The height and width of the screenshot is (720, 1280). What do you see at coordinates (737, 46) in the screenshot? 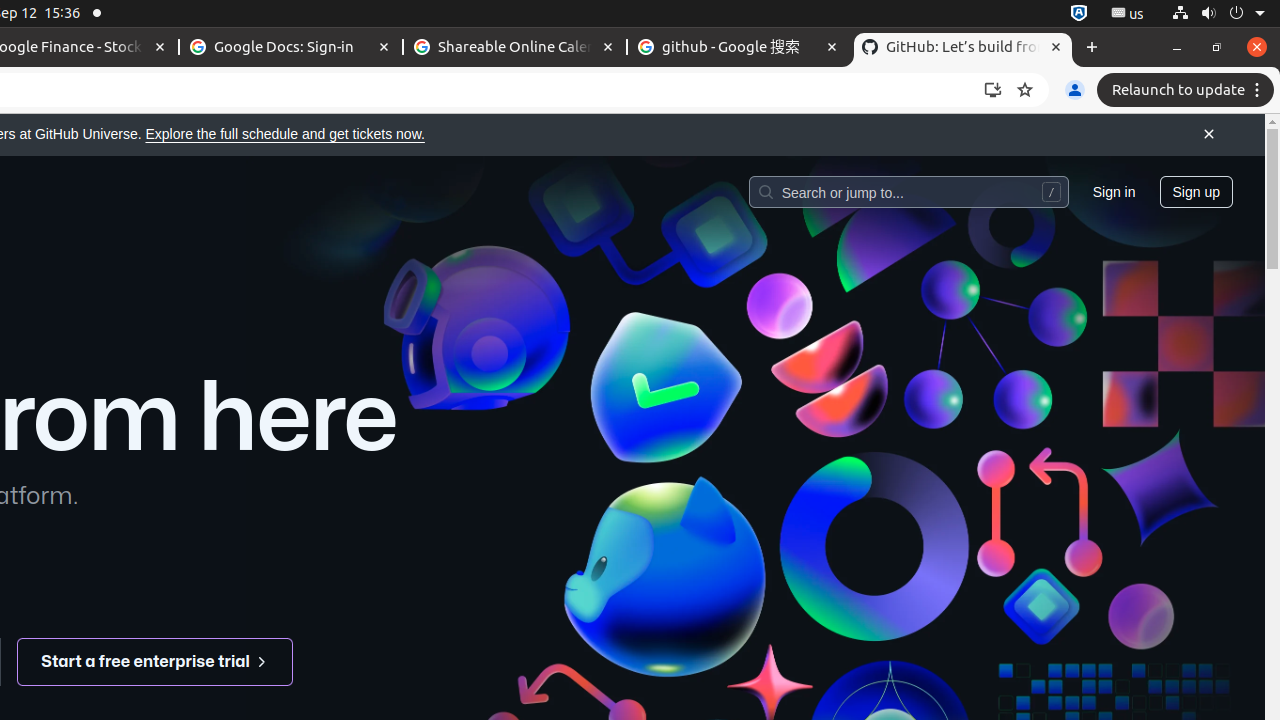
I see `'github - Google 搜索 - Memory usage - 111 MB'` at bounding box center [737, 46].